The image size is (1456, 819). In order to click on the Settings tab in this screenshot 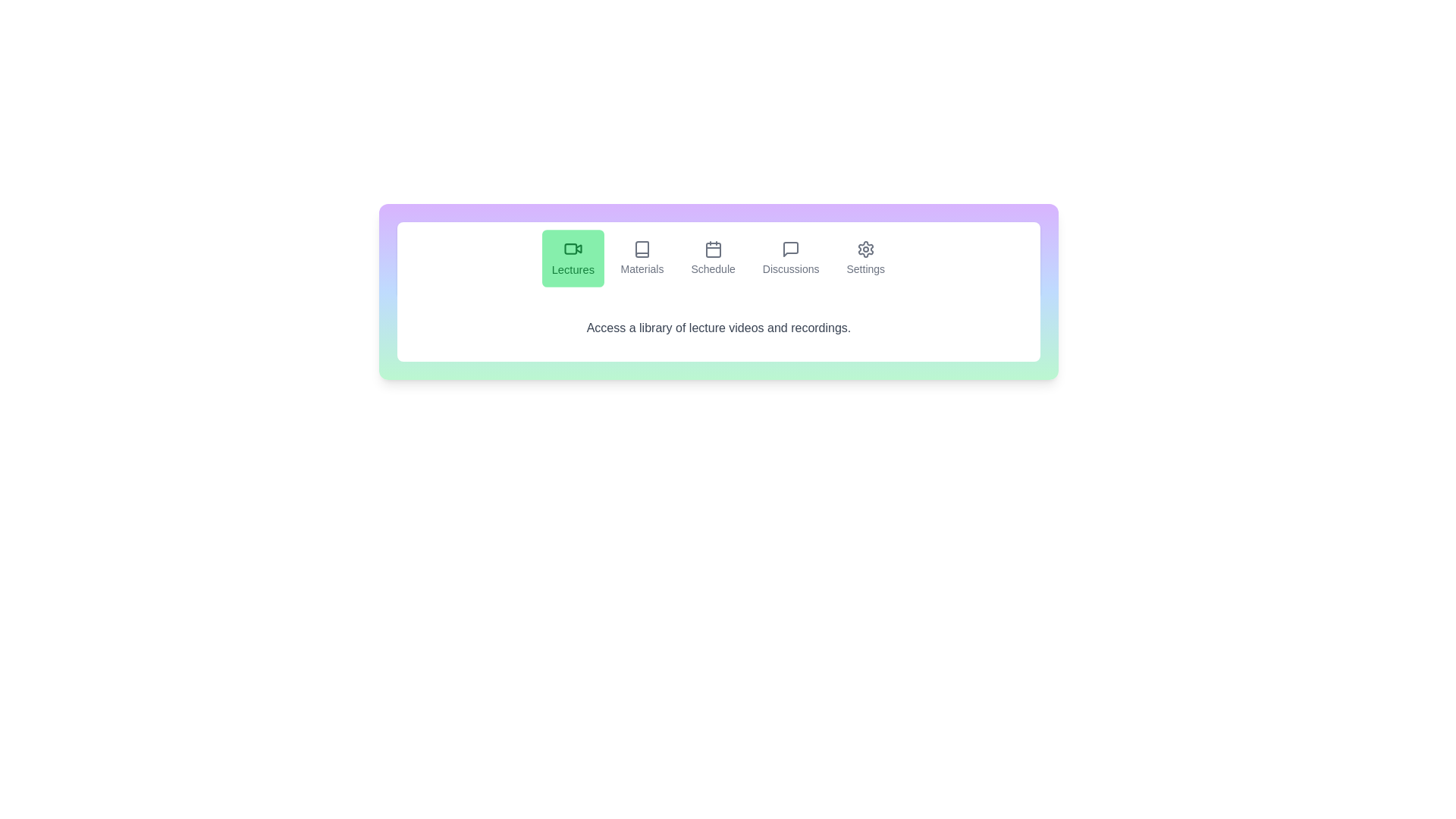, I will do `click(865, 257)`.